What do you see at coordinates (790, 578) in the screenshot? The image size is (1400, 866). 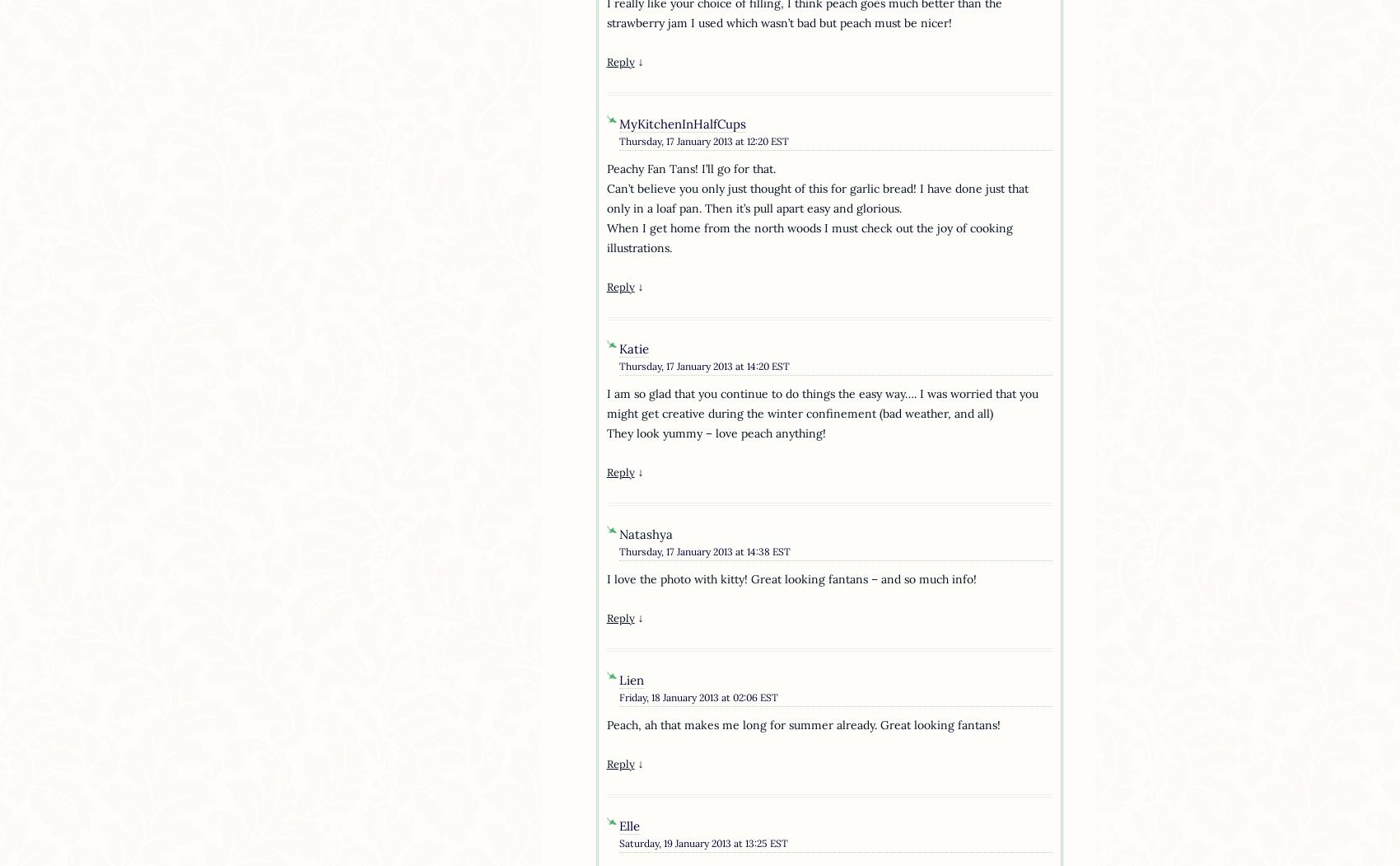 I see `'I love the photo with kitty! Great looking fantans – and so much info!'` at bounding box center [790, 578].